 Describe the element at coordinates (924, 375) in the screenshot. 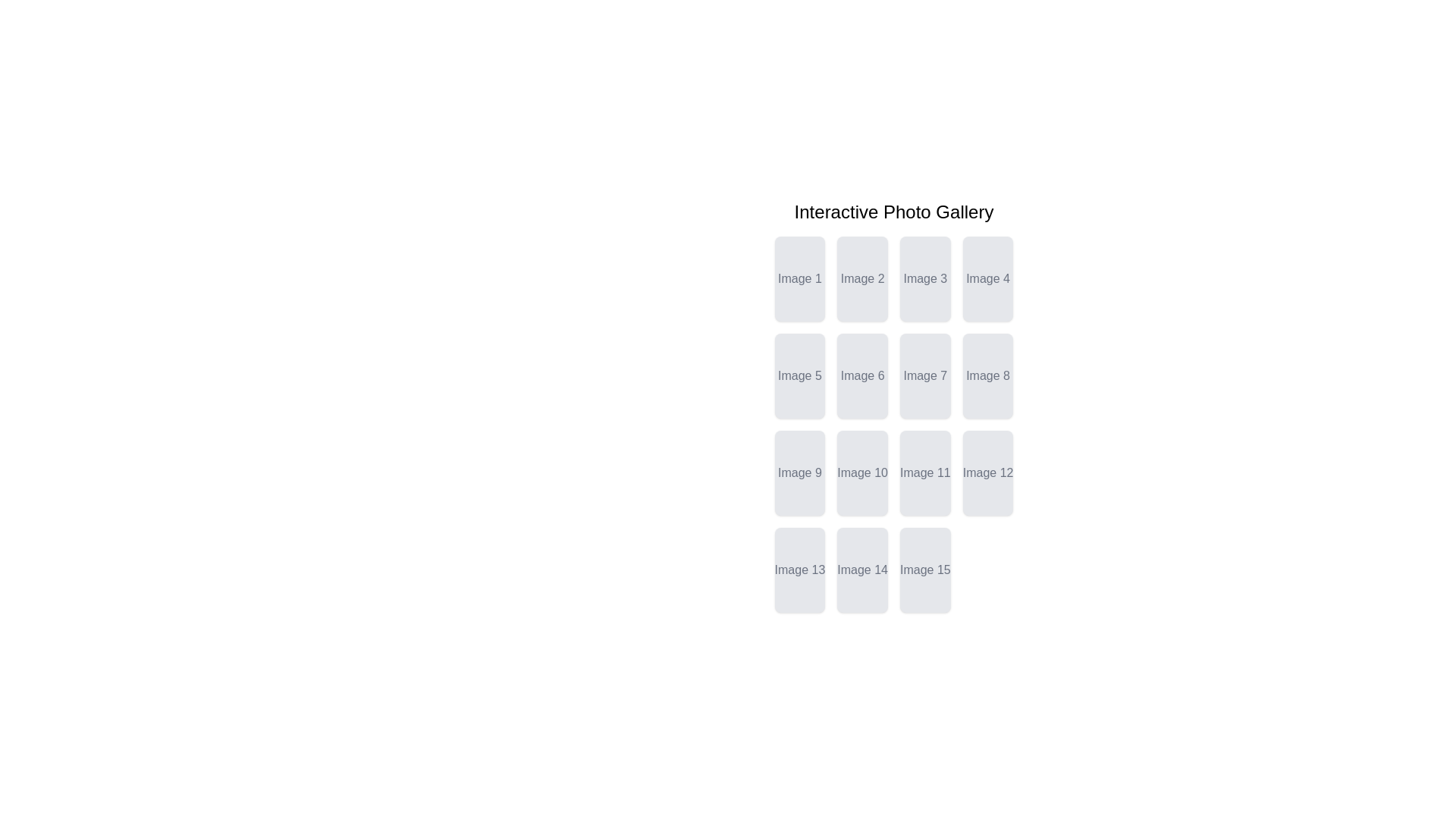

I see `the static display card labeled 'Image 7', which is the third card in the second row of the grid layout in the photo gallery` at that location.